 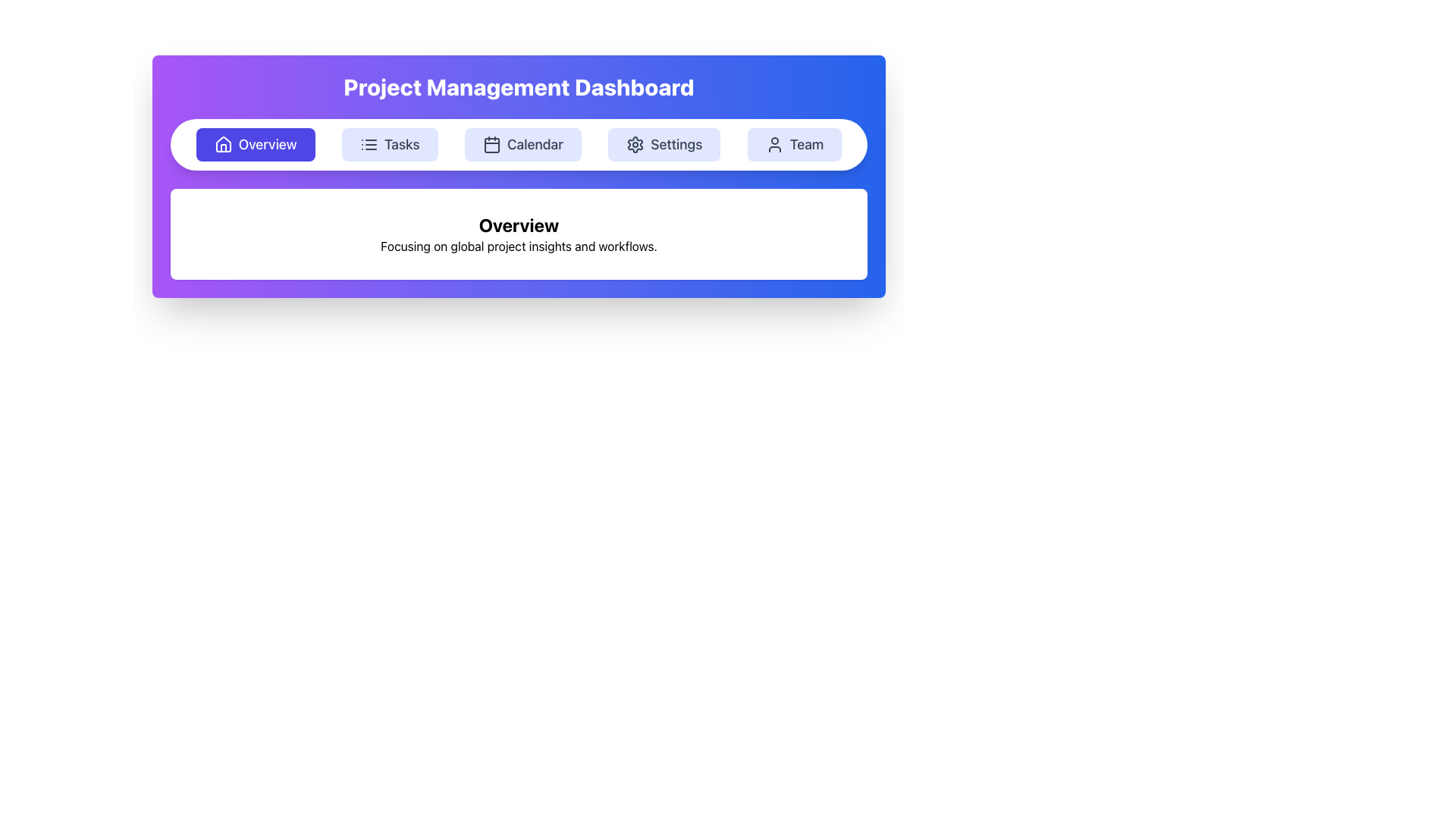 I want to click on the gear icon representing settings, which is located within the 'Settings' button, so click(x=635, y=145).